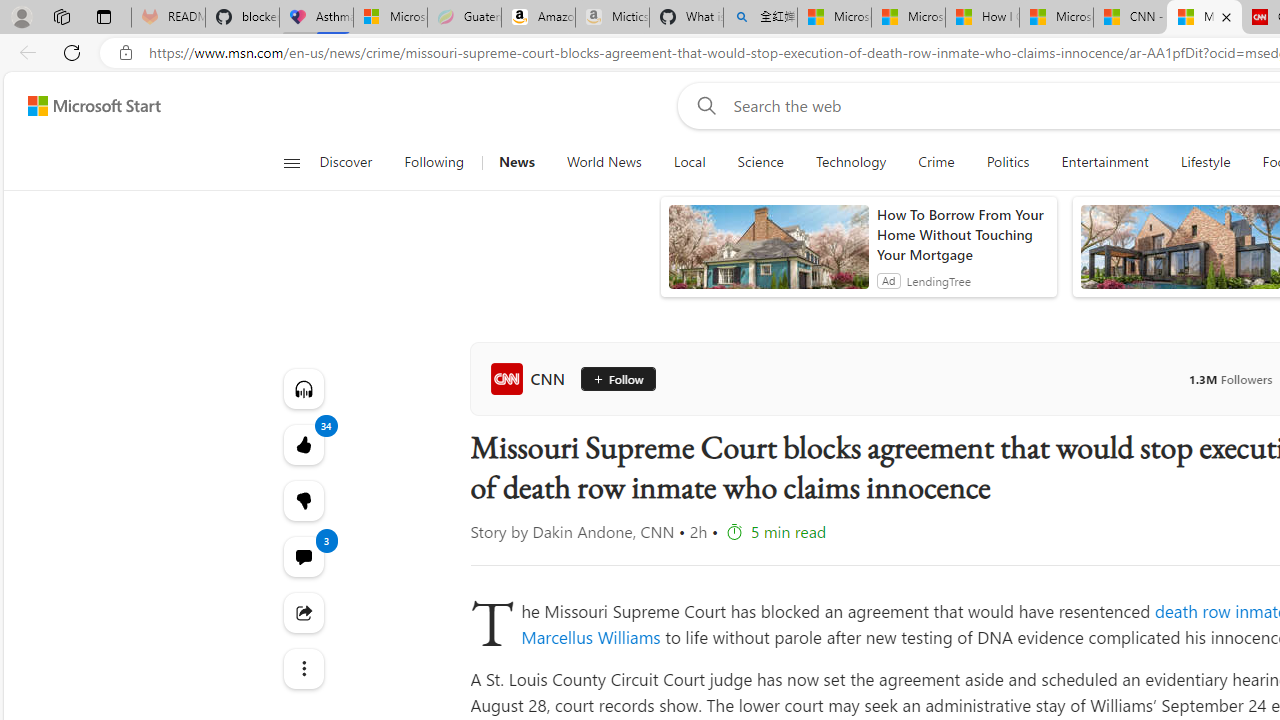 This screenshot has width=1280, height=720. I want to click on 'Crime', so click(935, 162).